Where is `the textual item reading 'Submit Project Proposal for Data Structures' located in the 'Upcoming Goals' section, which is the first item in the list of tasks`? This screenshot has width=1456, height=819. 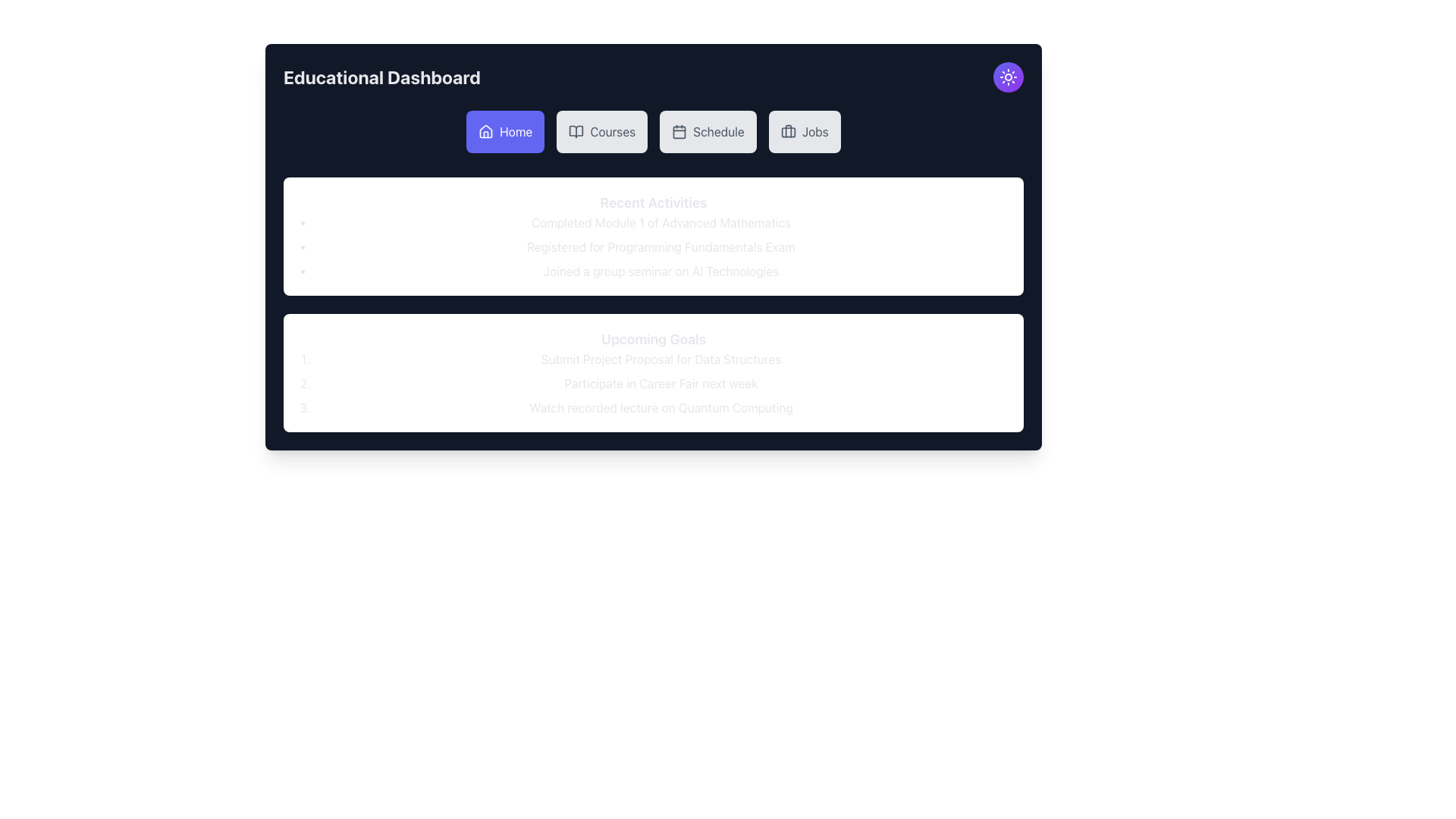 the textual item reading 'Submit Project Proposal for Data Structures' located in the 'Upcoming Goals' section, which is the first item in the list of tasks is located at coordinates (661, 359).